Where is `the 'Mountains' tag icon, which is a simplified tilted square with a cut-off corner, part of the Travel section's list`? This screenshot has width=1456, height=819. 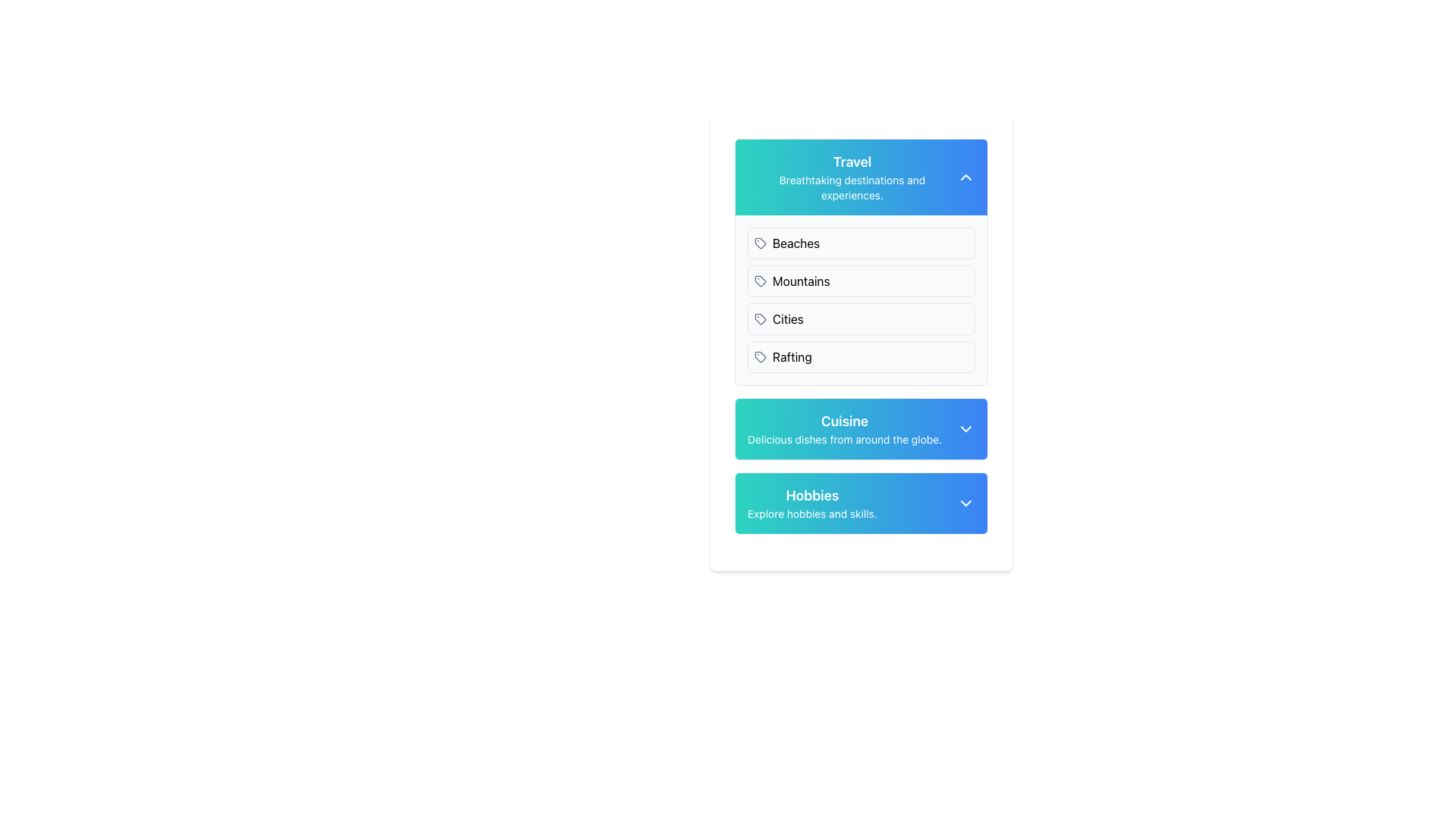
the 'Mountains' tag icon, which is a simplified tilted square with a cut-off corner, part of the Travel section's list is located at coordinates (761, 281).